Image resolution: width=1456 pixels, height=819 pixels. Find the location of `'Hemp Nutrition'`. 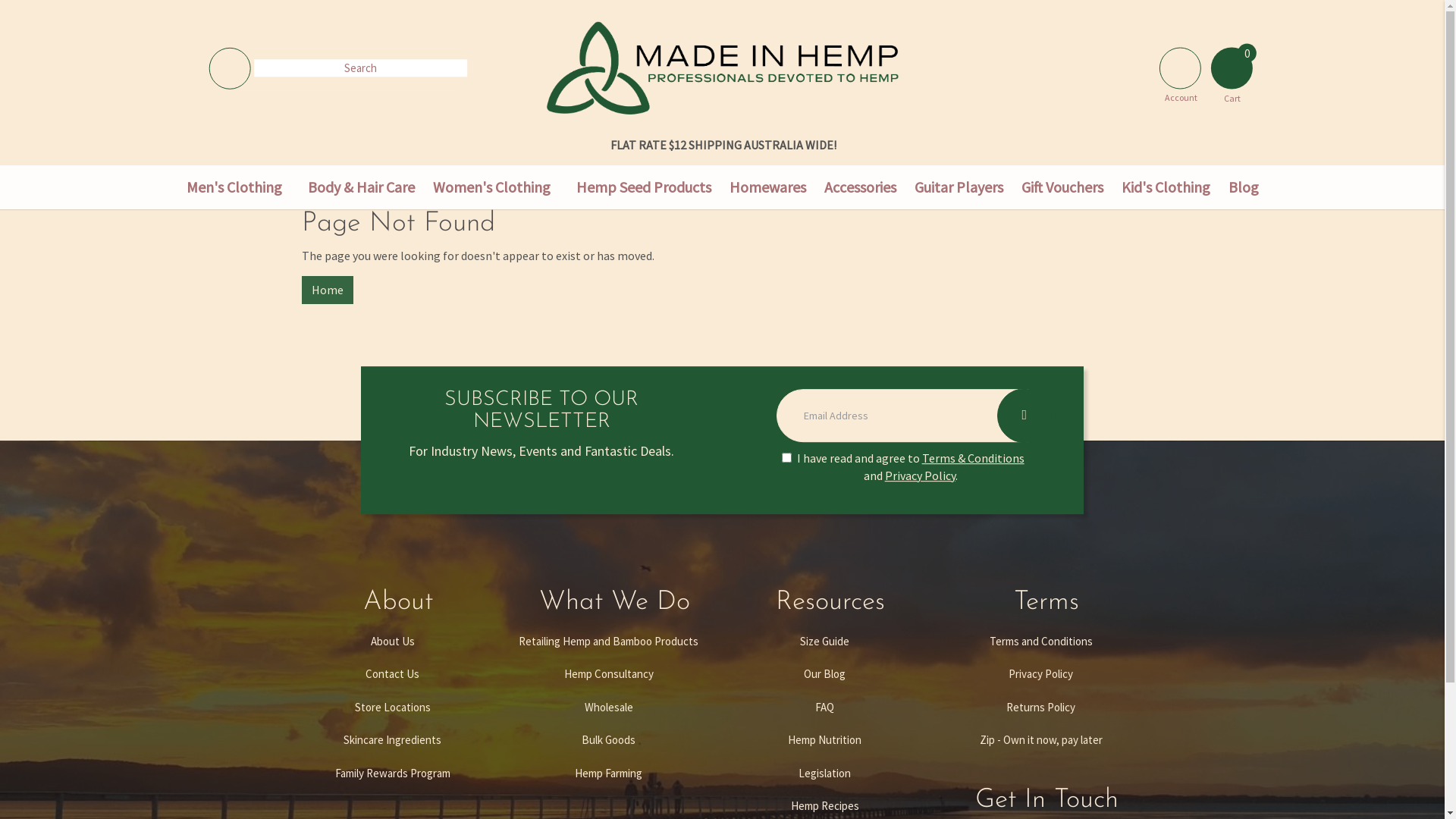

'Hemp Nutrition' is located at coordinates (823, 739).